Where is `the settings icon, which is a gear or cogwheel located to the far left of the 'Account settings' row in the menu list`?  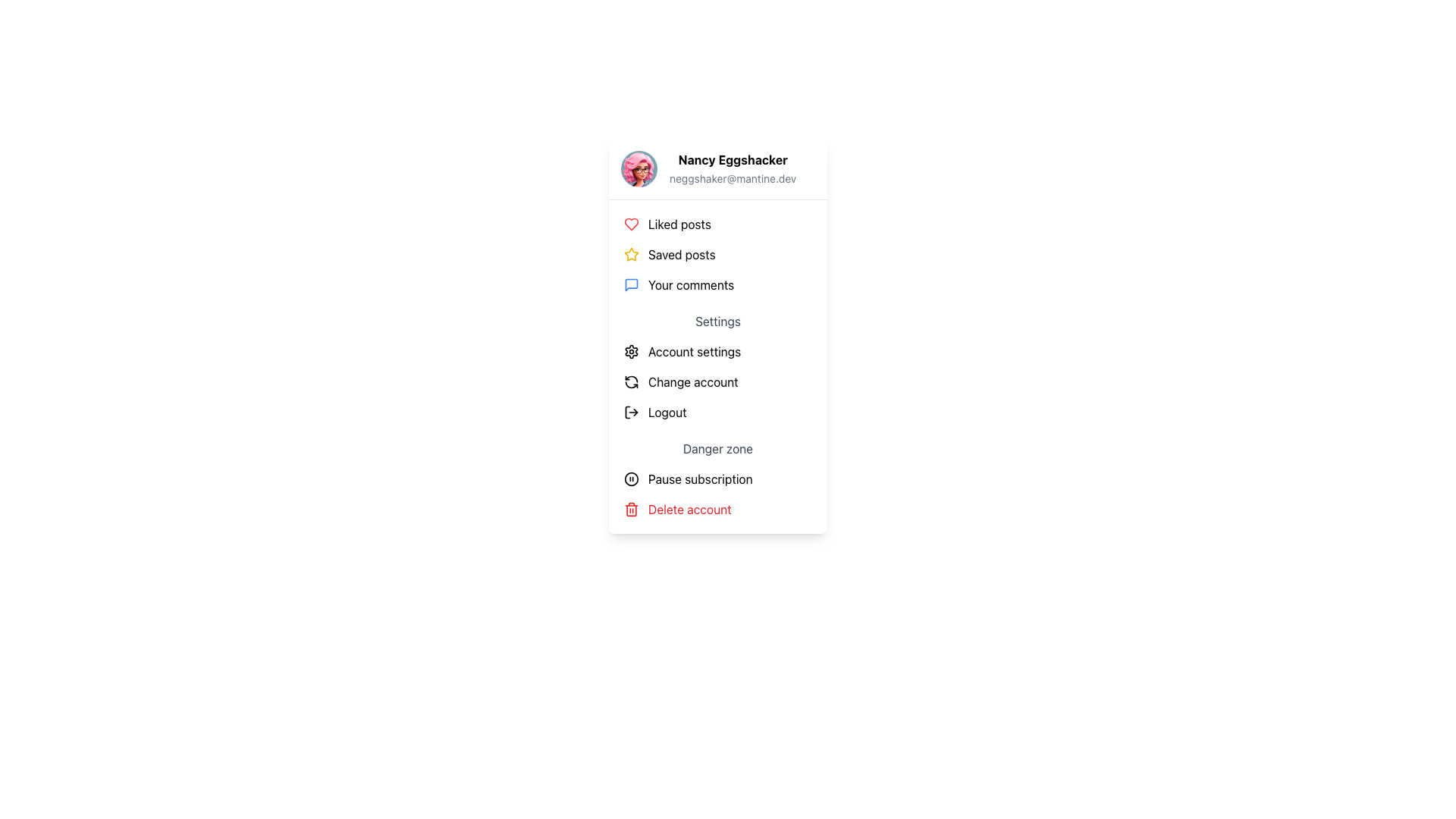
the settings icon, which is a gear or cogwheel located to the far left of the 'Account settings' row in the menu list is located at coordinates (632, 351).